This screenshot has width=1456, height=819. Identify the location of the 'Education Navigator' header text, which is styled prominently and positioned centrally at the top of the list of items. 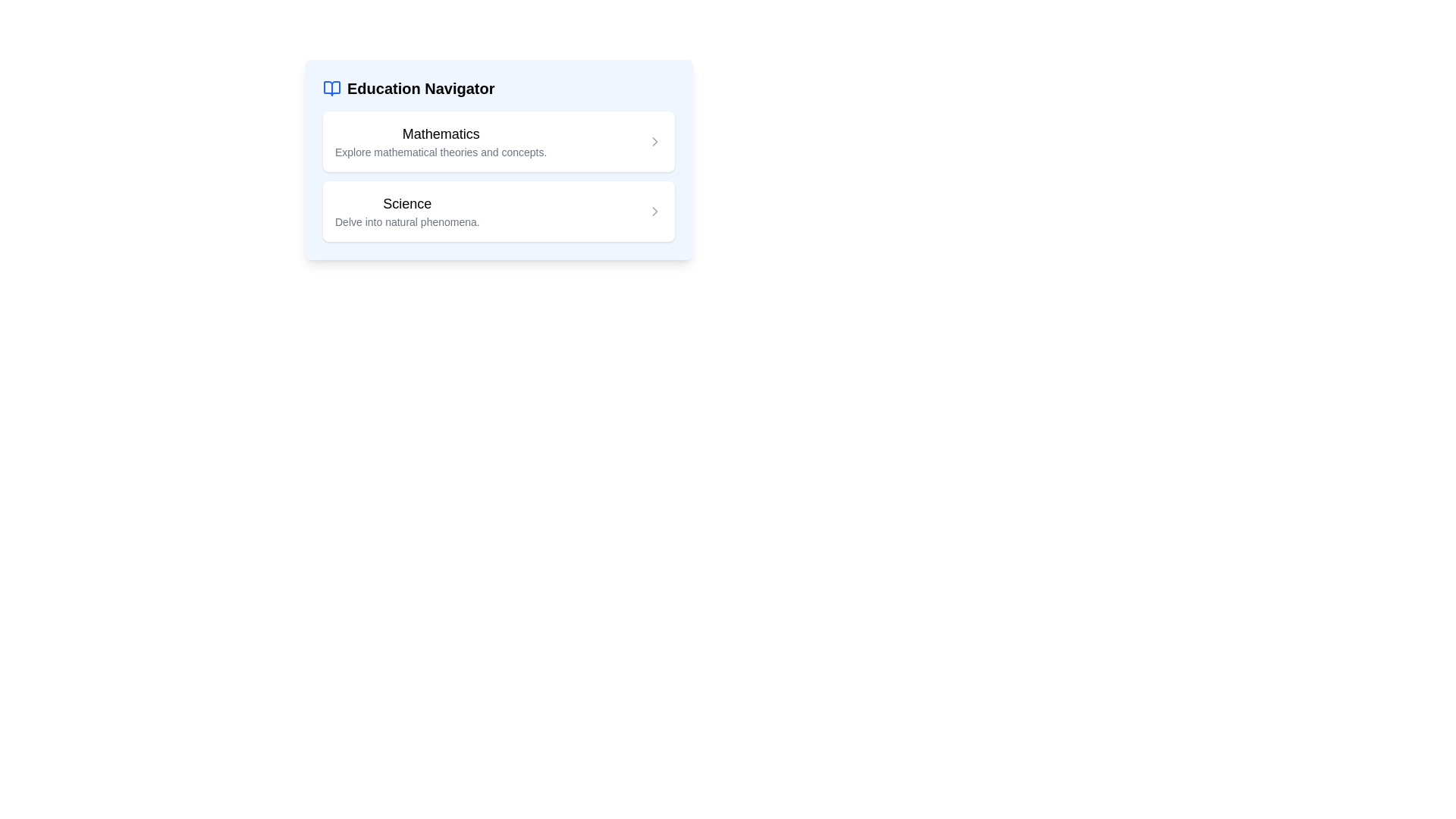
(409, 88).